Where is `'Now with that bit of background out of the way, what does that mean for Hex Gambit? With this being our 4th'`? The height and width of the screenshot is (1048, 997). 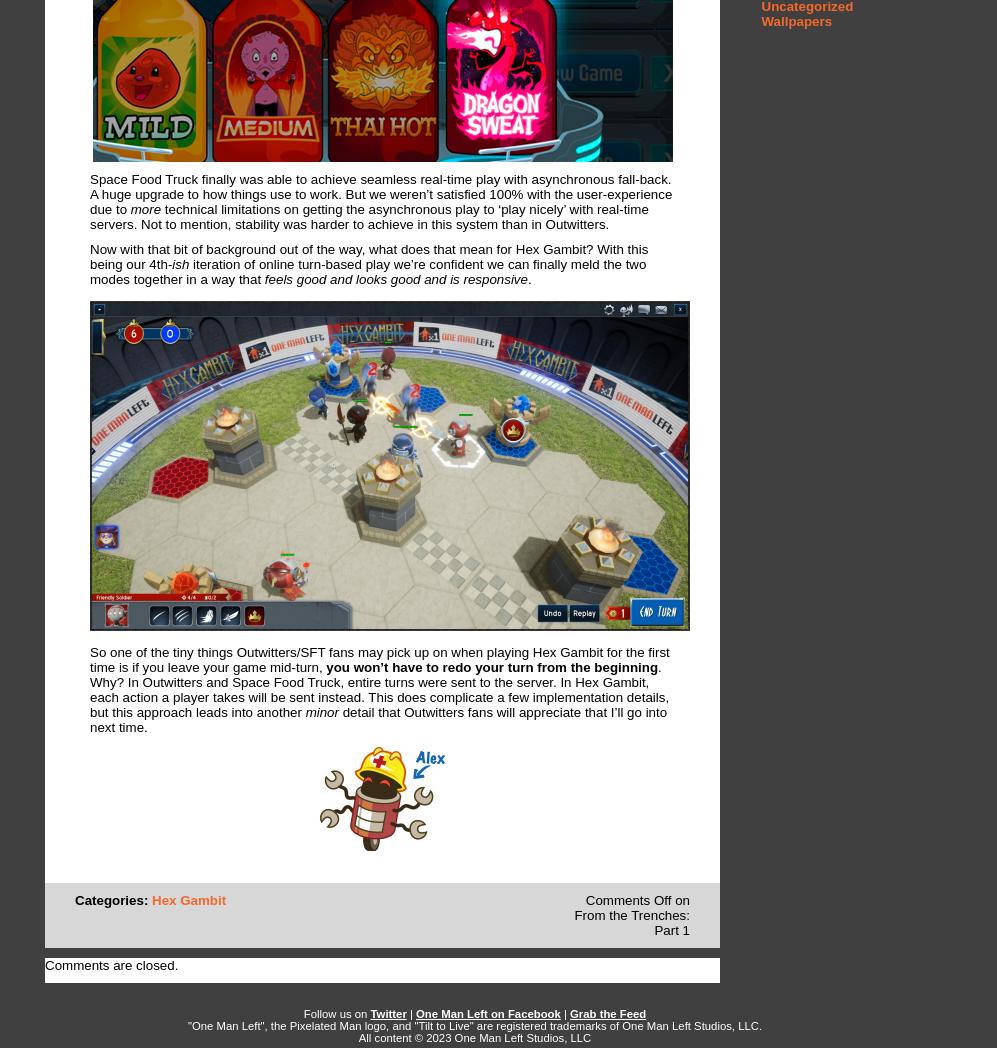 'Now with that bit of background out of the way, what does that mean for Hex Gambit? With this being our 4th' is located at coordinates (89, 256).